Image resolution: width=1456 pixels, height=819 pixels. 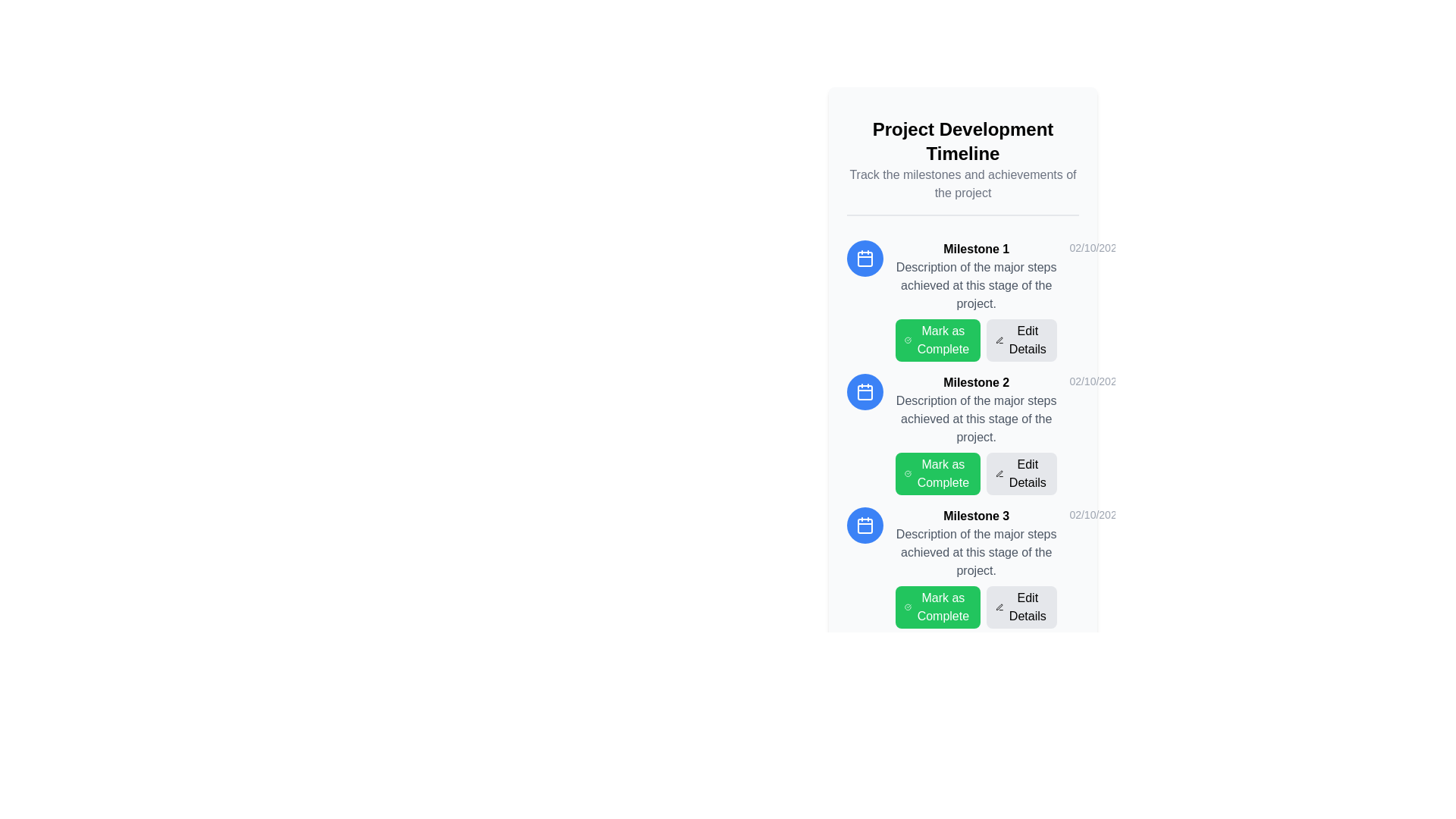 What do you see at coordinates (865, 259) in the screenshot?
I see `the Decorative SVG rectangle that visually represents the calendar icon, which is located at the center adjacent to 'Milestone 1' in the timeline` at bounding box center [865, 259].